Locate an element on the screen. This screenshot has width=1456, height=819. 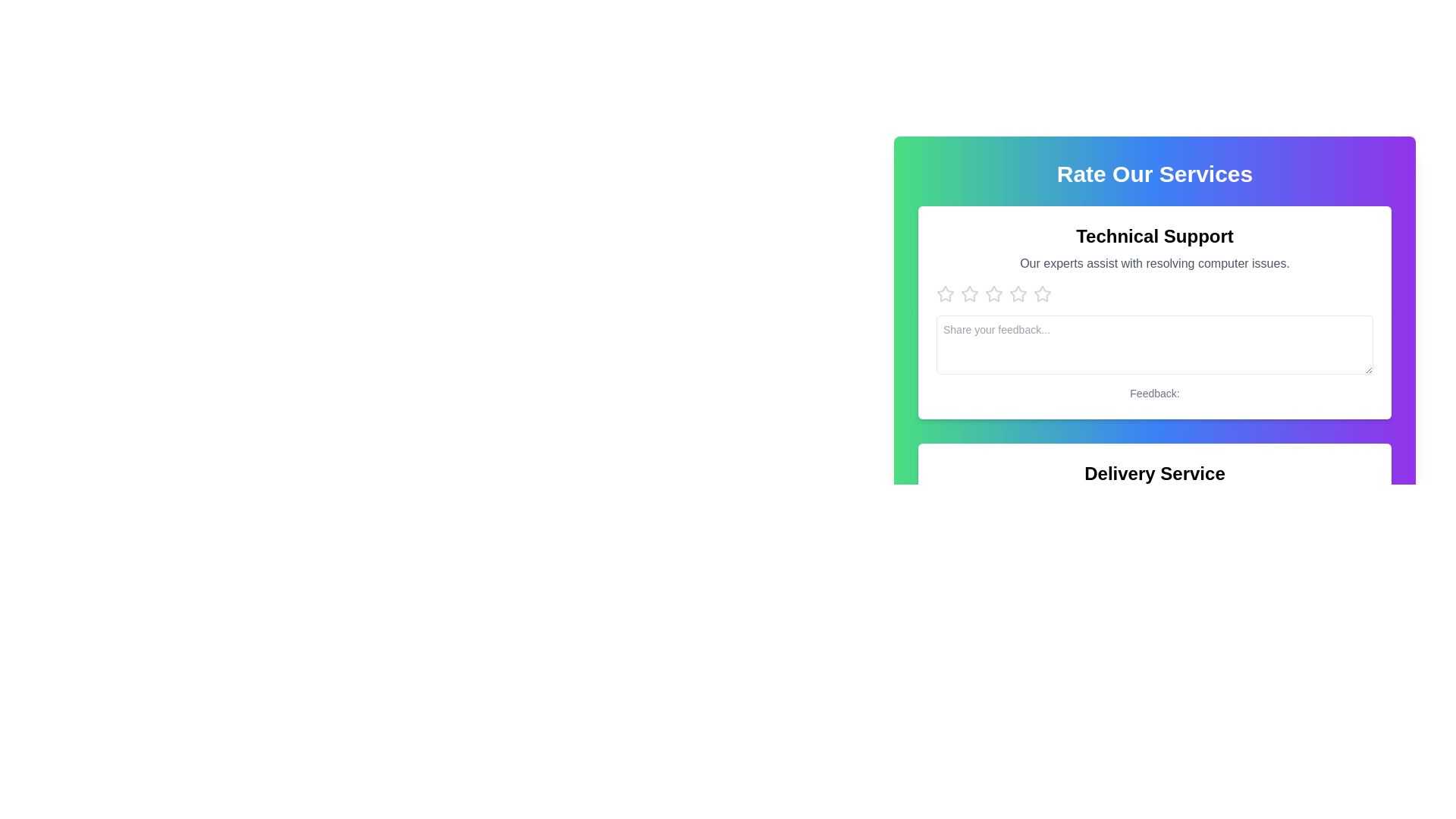
the second star icon in the 'Rate Our Services' section below the 'Technical Support' title is located at coordinates (993, 293).